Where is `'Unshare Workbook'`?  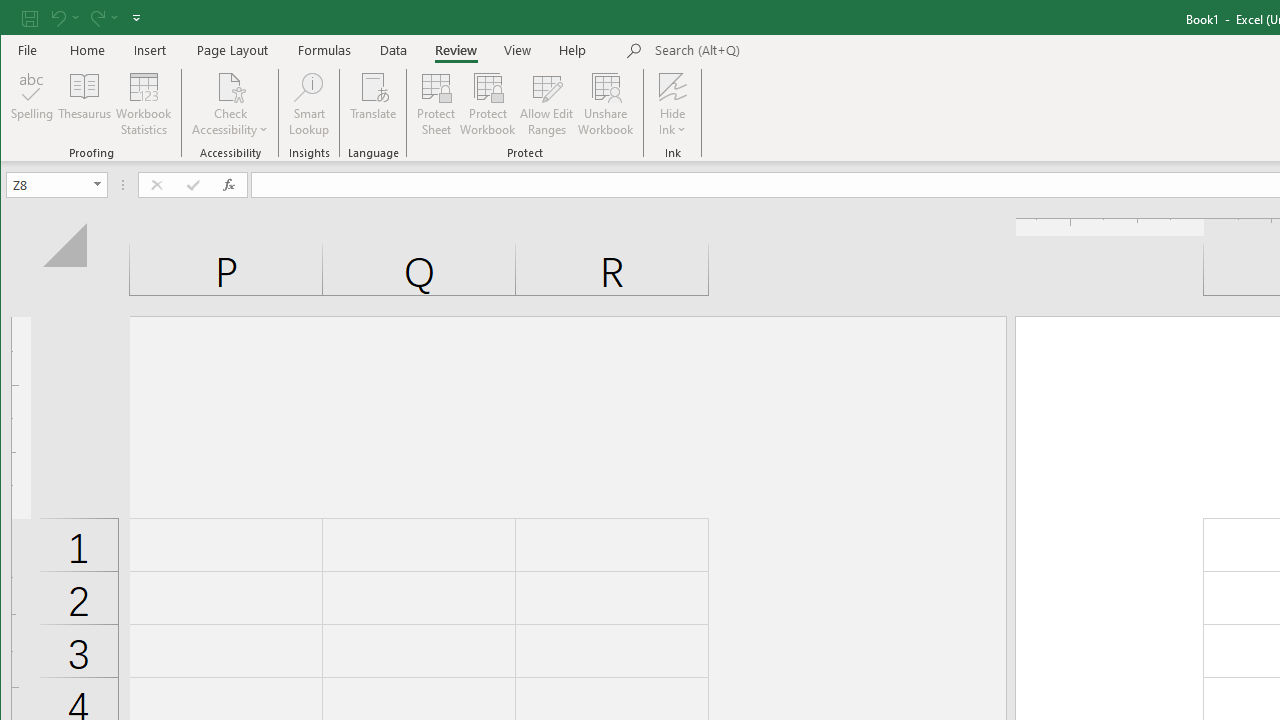
'Unshare Workbook' is located at coordinates (605, 104).